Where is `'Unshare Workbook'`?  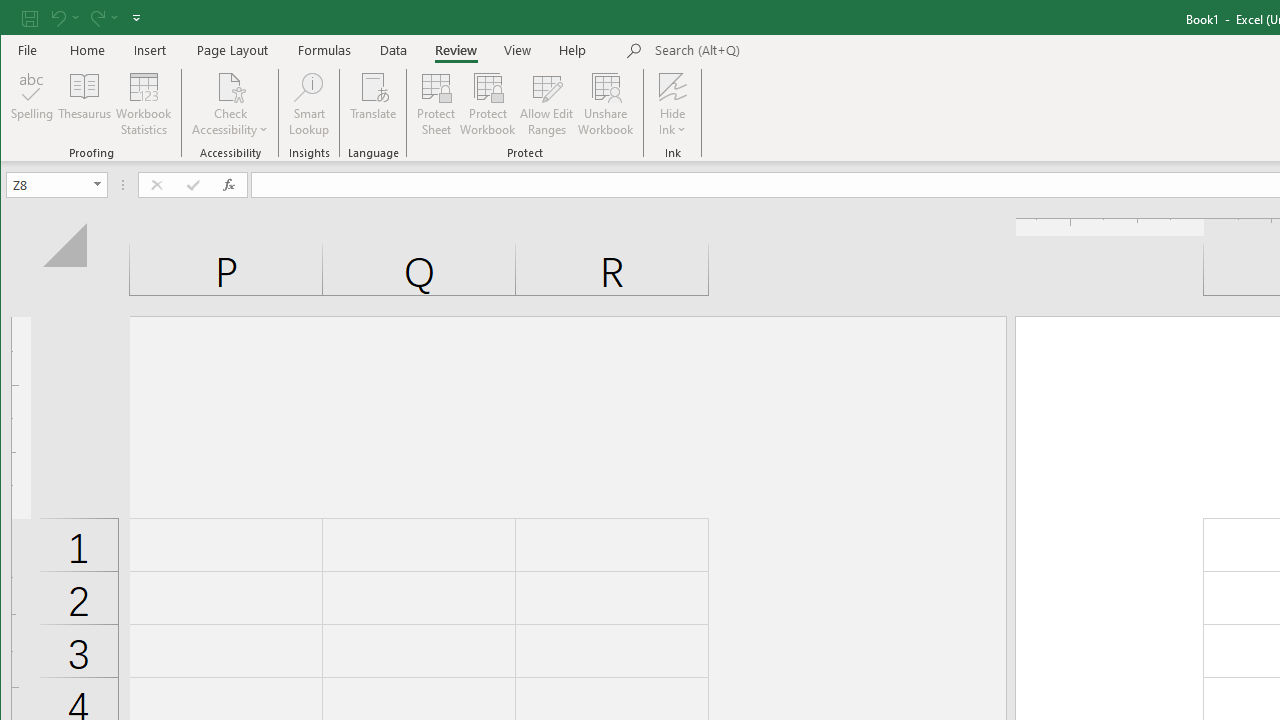
'Unshare Workbook' is located at coordinates (605, 104).